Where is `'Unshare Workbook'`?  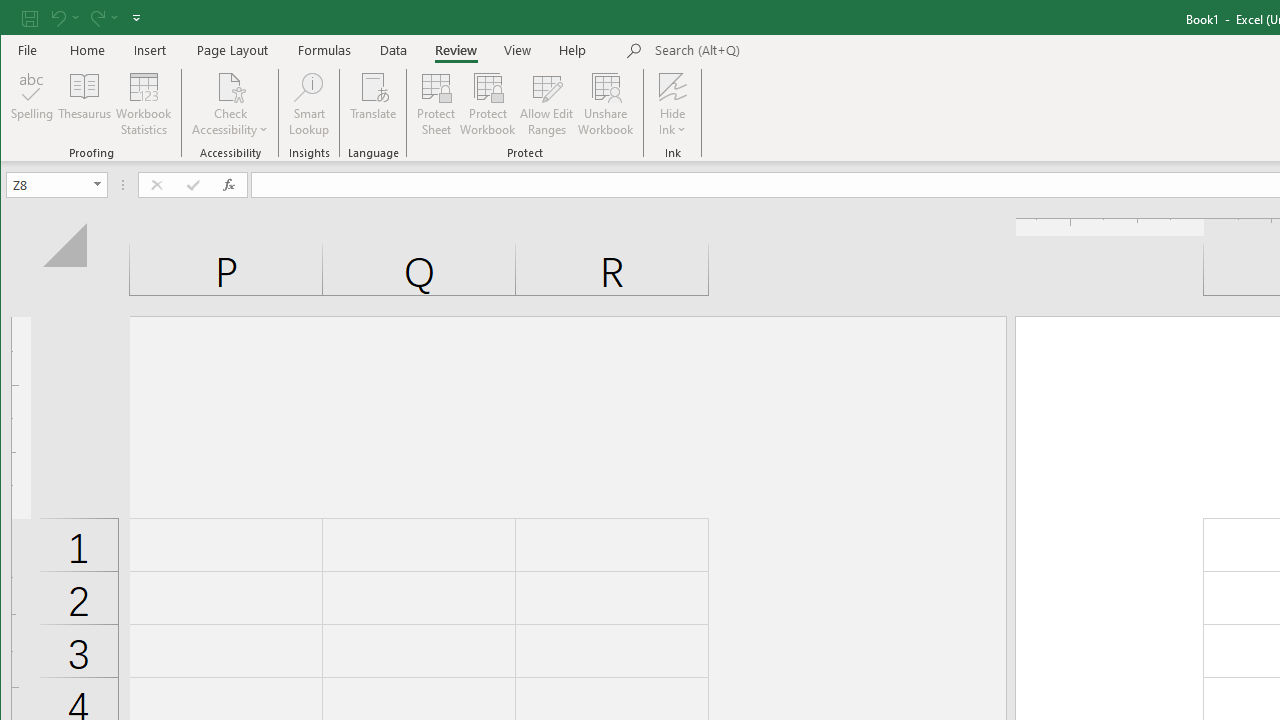
'Unshare Workbook' is located at coordinates (605, 104).